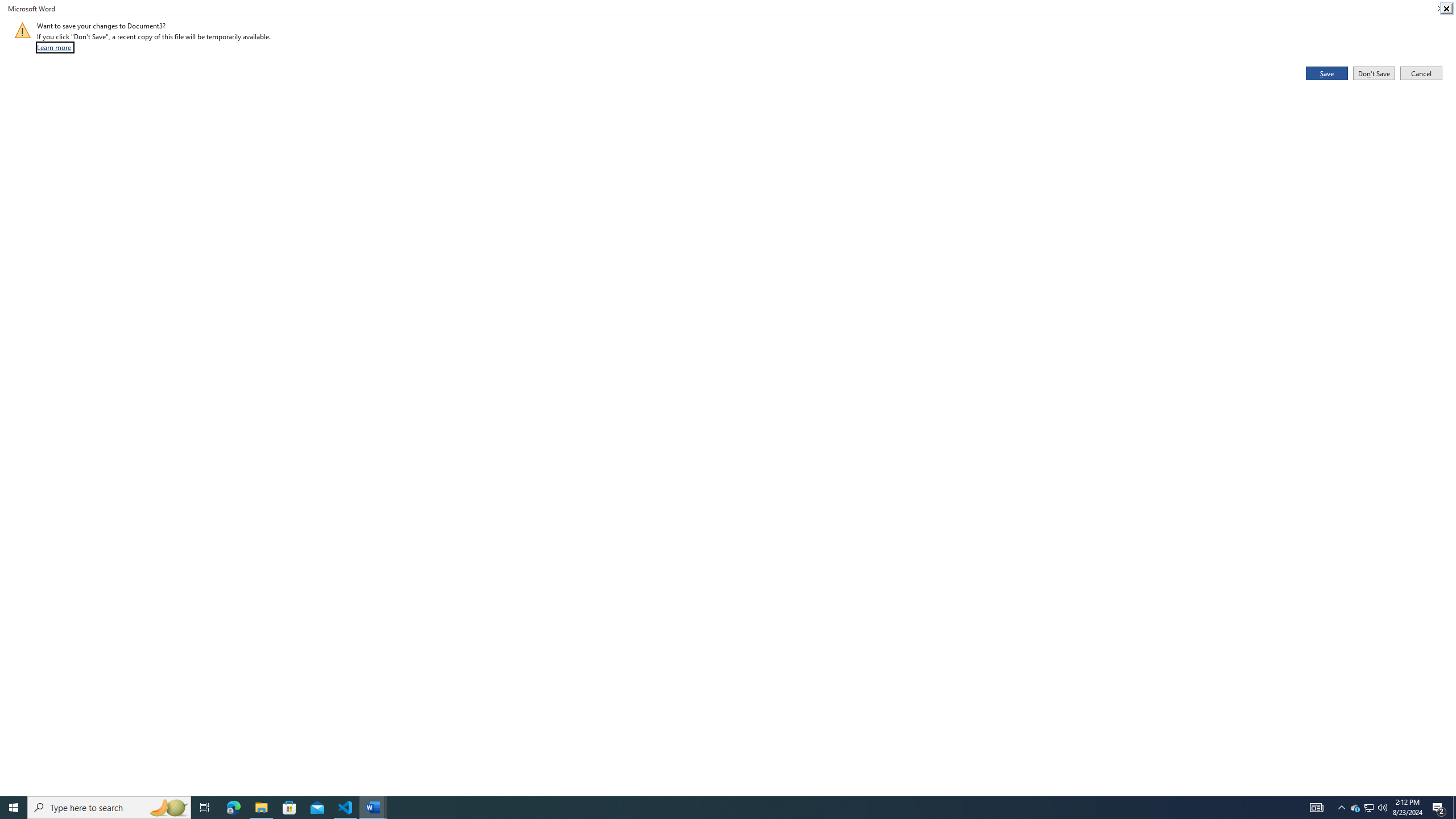 Image resolution: width=1456 pixels, height=819 pixels. I want to click on 'Learn more', so click(54, 47).